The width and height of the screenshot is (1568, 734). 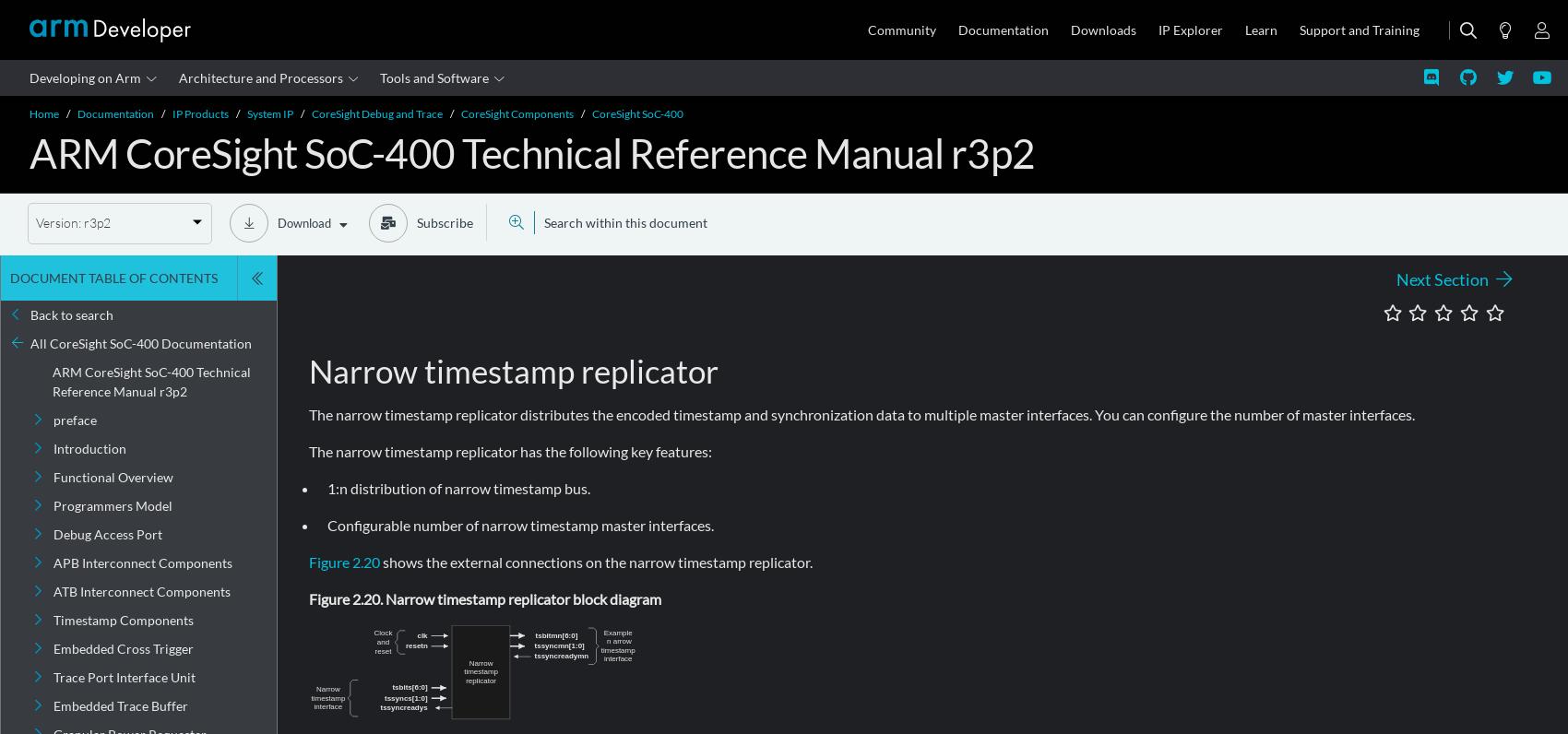 I want to click on 'DOCUMENT TABLE OF CONTENTS', so click(x=113, y=278).